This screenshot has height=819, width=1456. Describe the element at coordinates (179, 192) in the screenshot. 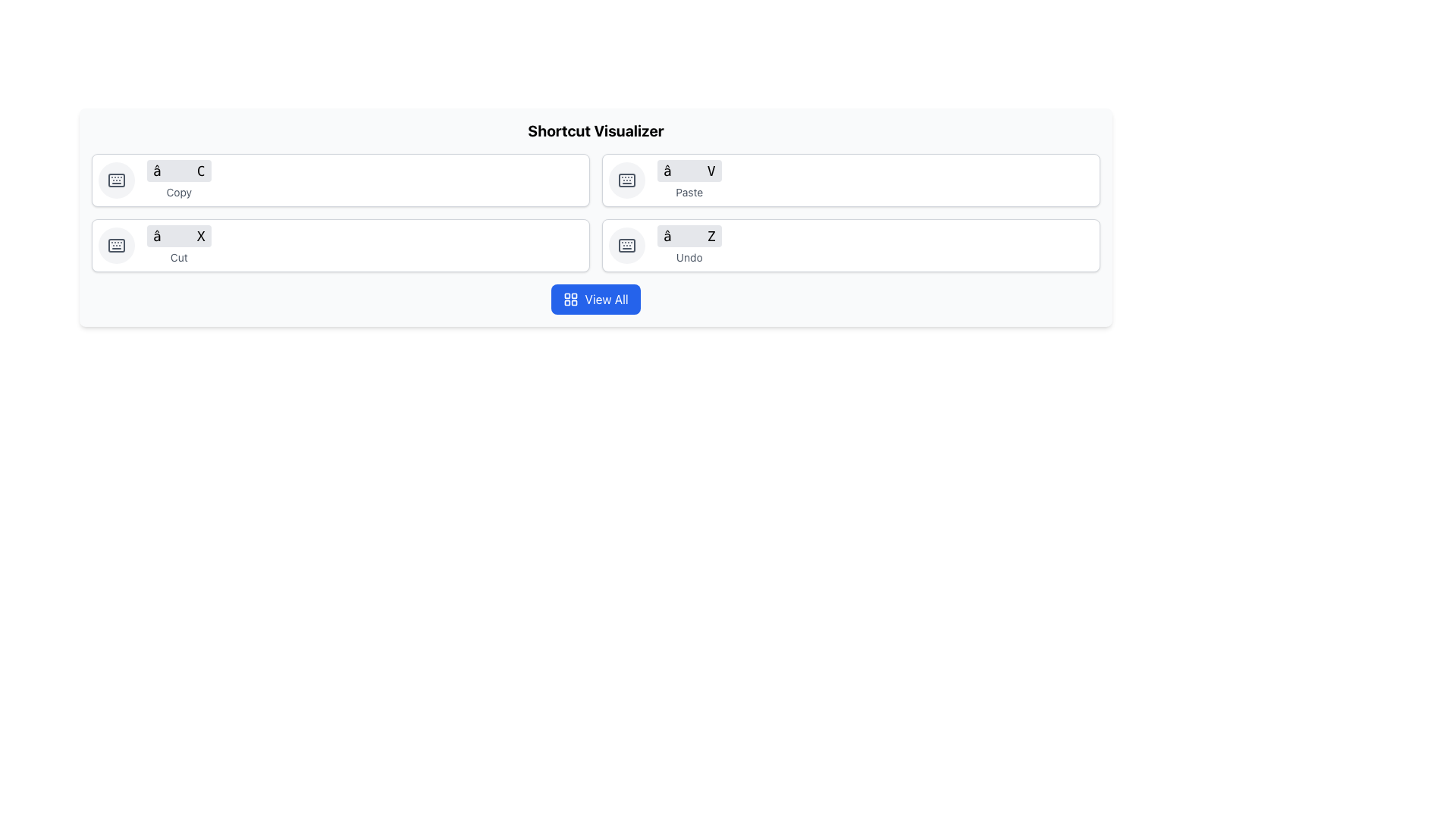

I see `the text label saying 'Copy', which has a smaller grayed-out font and is positioned directly below the shortcut combination '⌘ C'` at that location.